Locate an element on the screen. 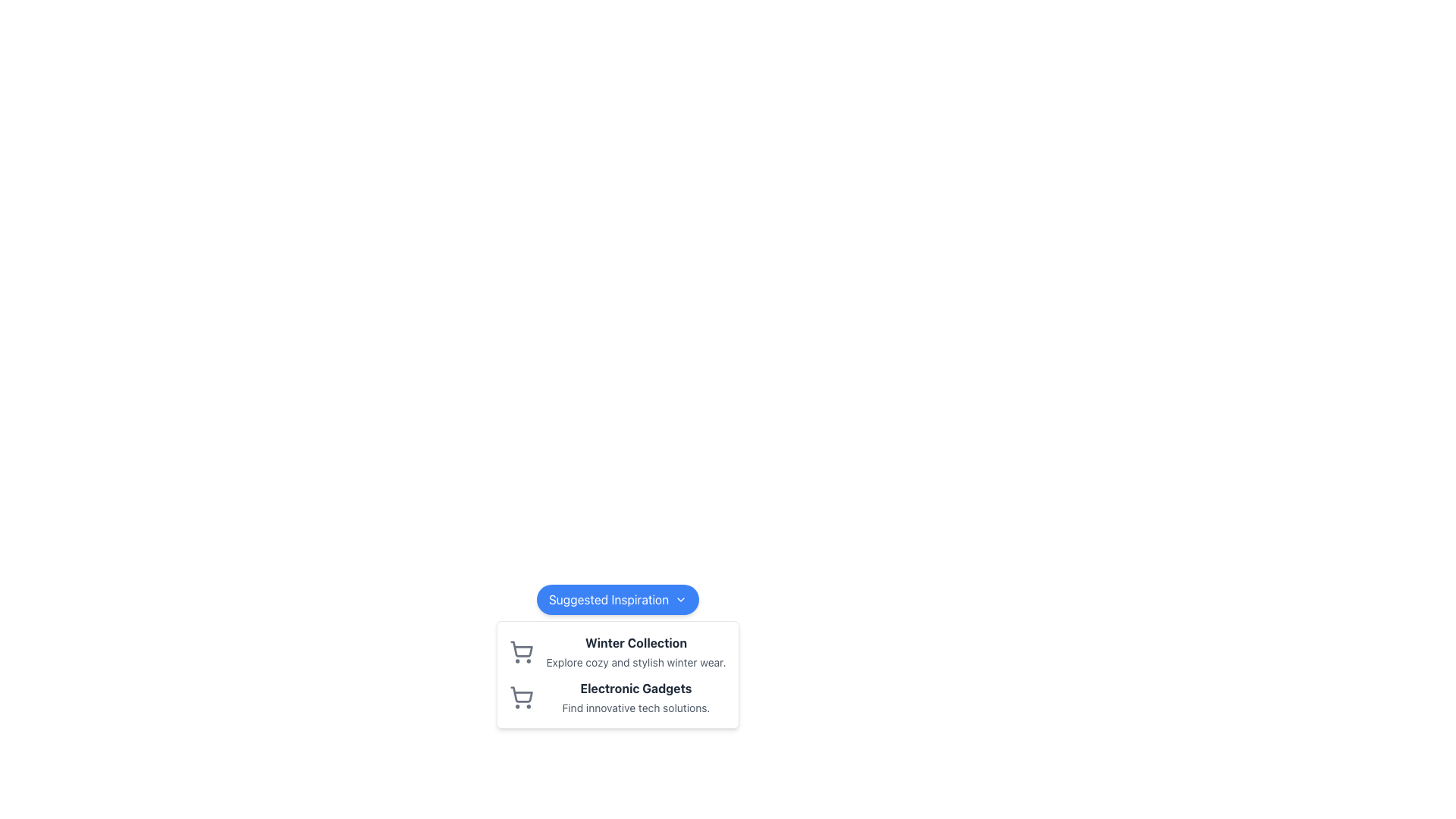 Image resolution: width=1456 pixels, height=819 pixels. text element that says 'Explore cozy and stylish winter wear.' which is located directly beneath the title 'Winter Collection' is located at coordinates (636, 662).